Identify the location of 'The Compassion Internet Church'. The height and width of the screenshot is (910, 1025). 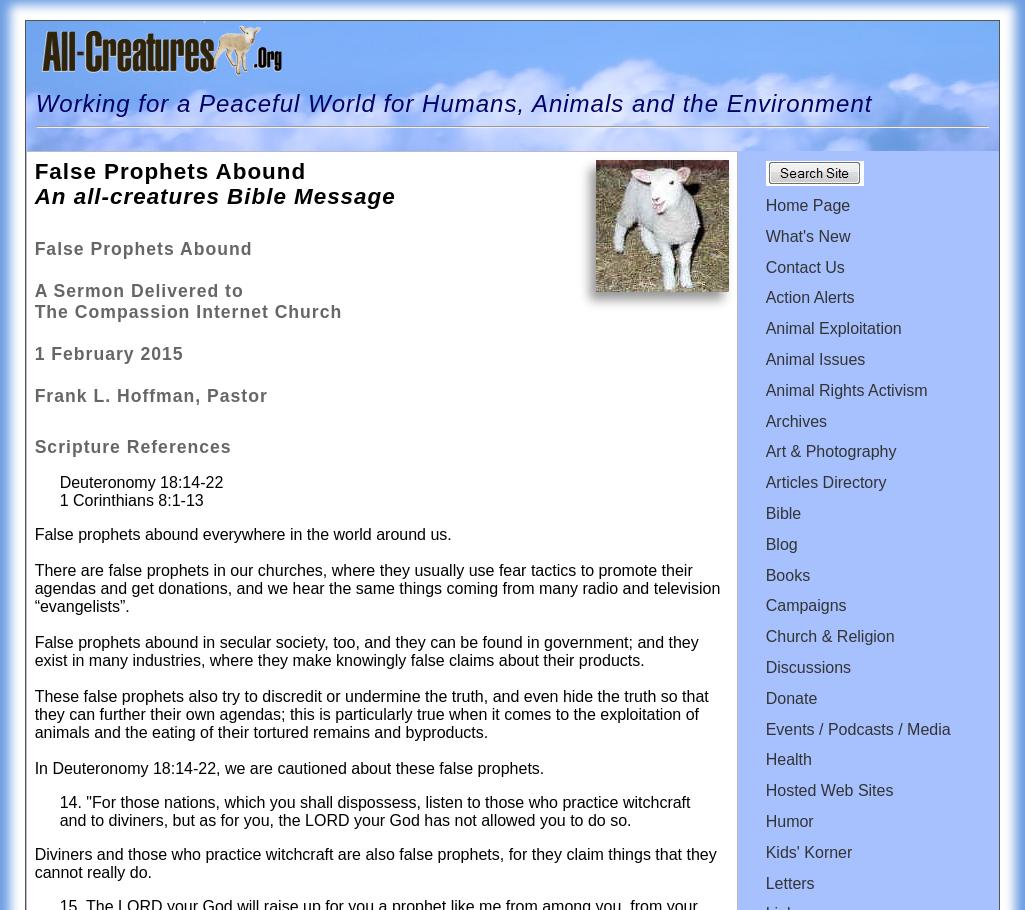
(187, 312).